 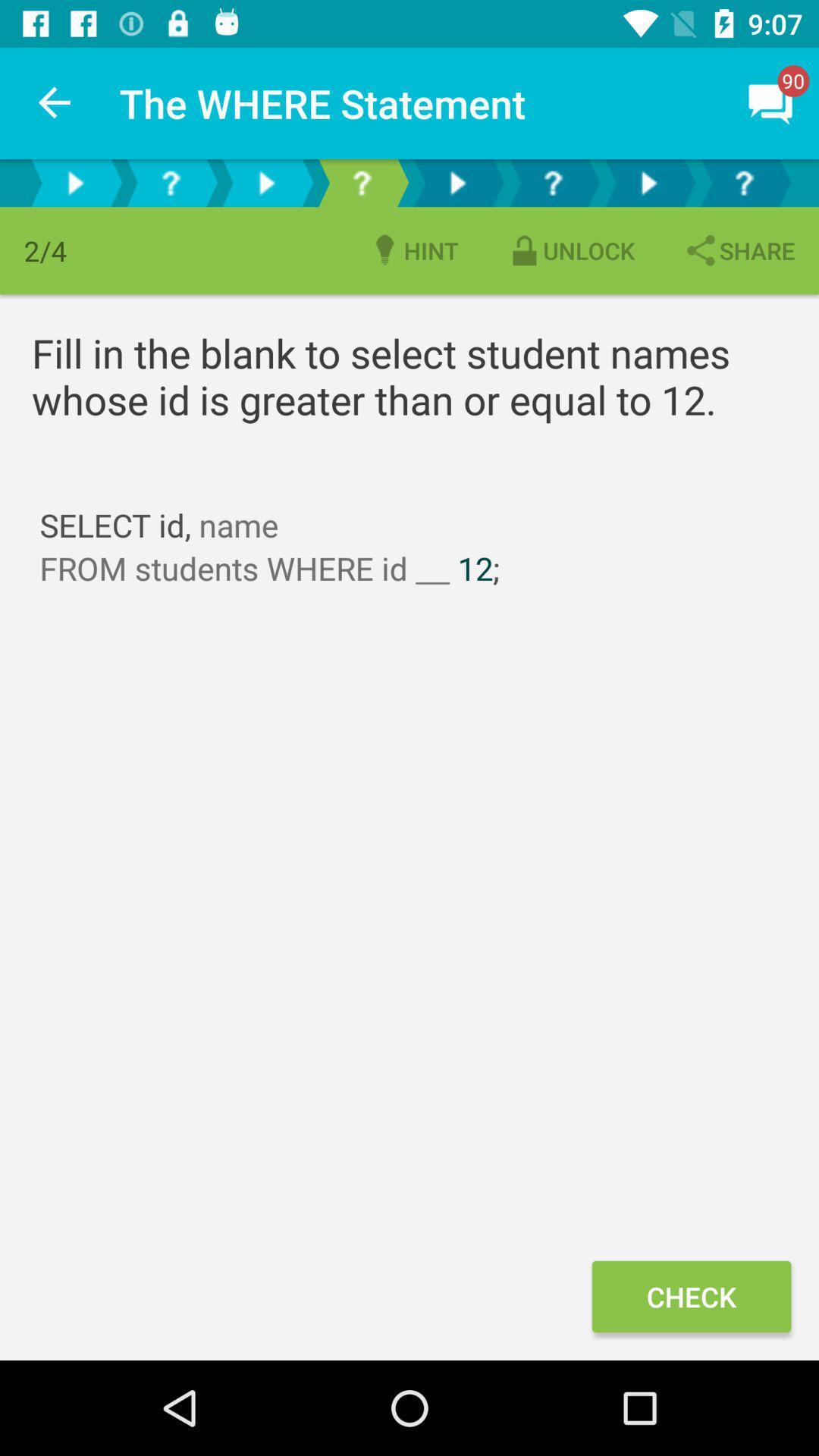 What do you see at coordinates (170, 182) in the screenshot?
I see `the help icon` at bounding box center [170, 182].